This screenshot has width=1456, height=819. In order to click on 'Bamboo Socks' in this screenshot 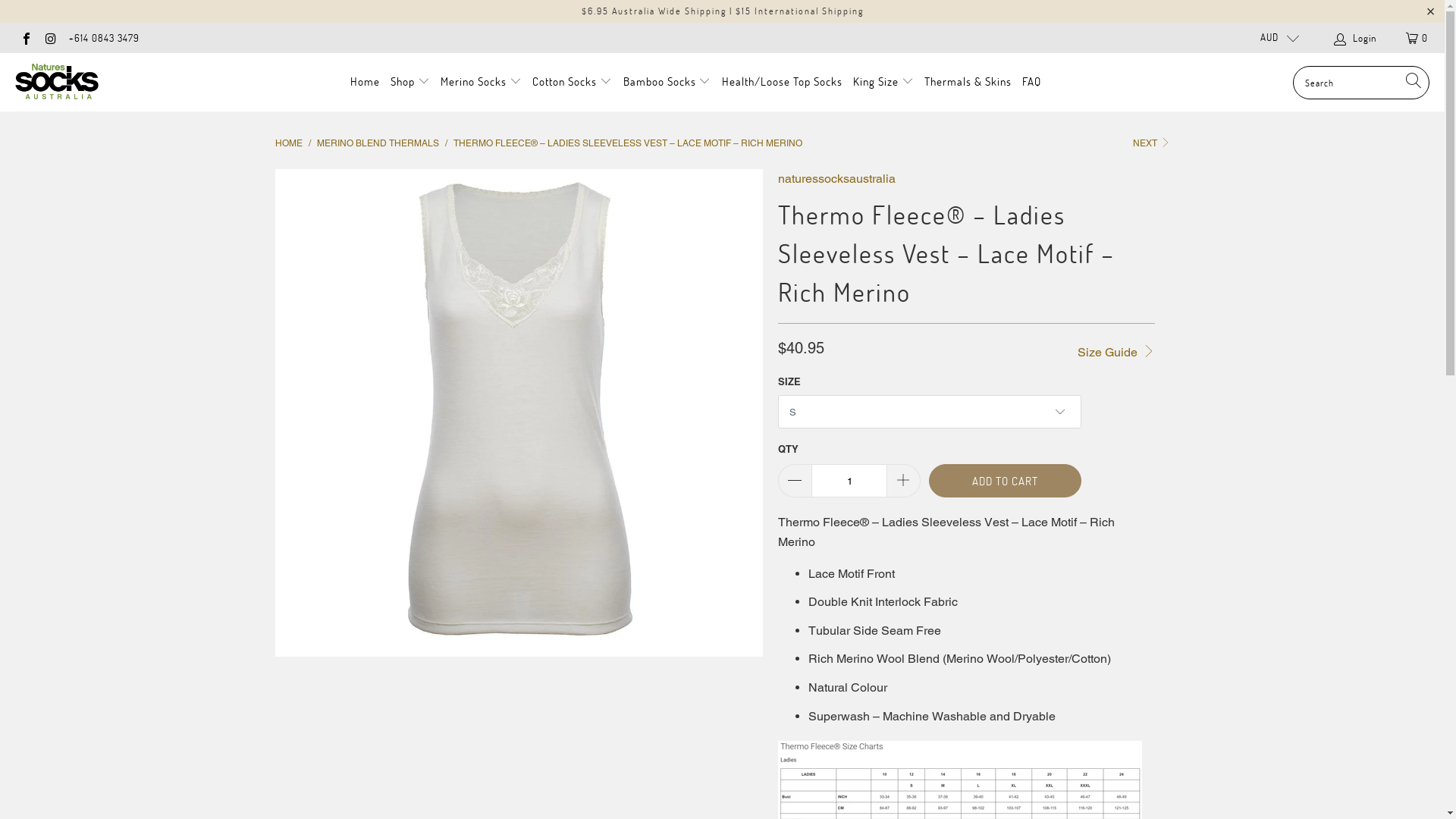, I will do `click(667, 82)`.